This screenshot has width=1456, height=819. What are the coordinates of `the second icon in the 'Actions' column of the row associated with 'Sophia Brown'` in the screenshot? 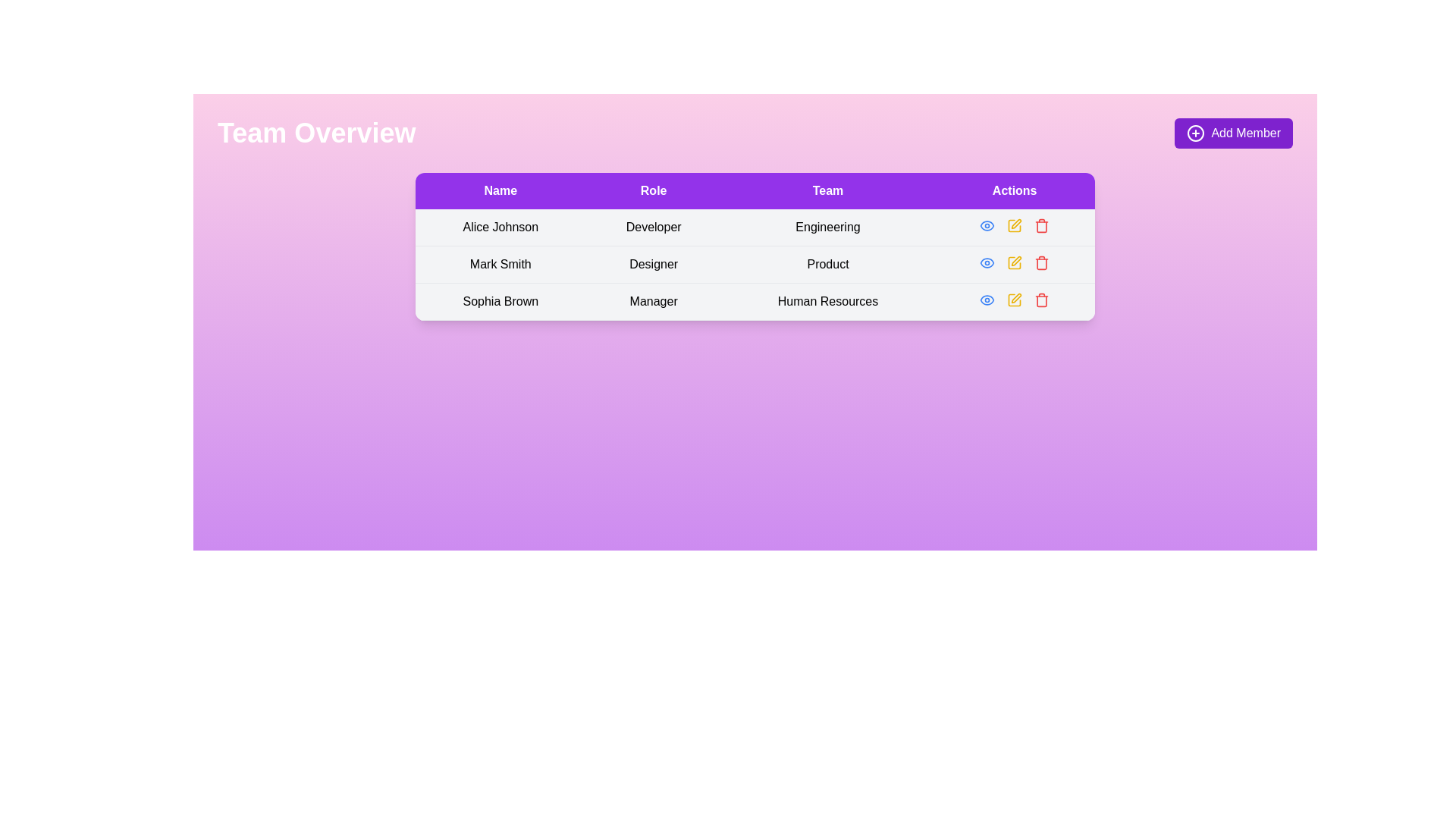 It's located at (1016, 298).